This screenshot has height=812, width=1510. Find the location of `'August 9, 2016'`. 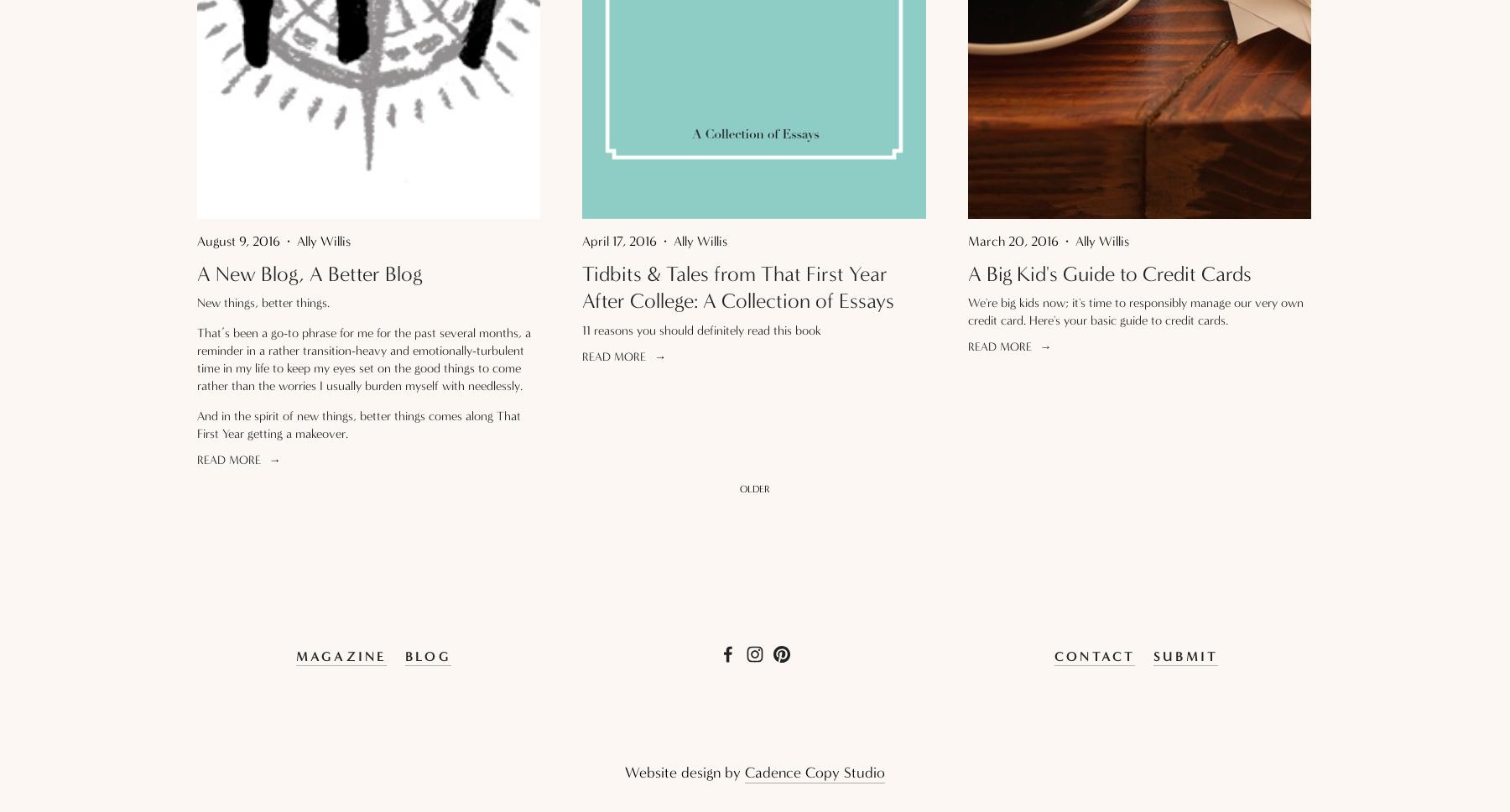

'August 9, 2016' is located at coordinates (237, 239).